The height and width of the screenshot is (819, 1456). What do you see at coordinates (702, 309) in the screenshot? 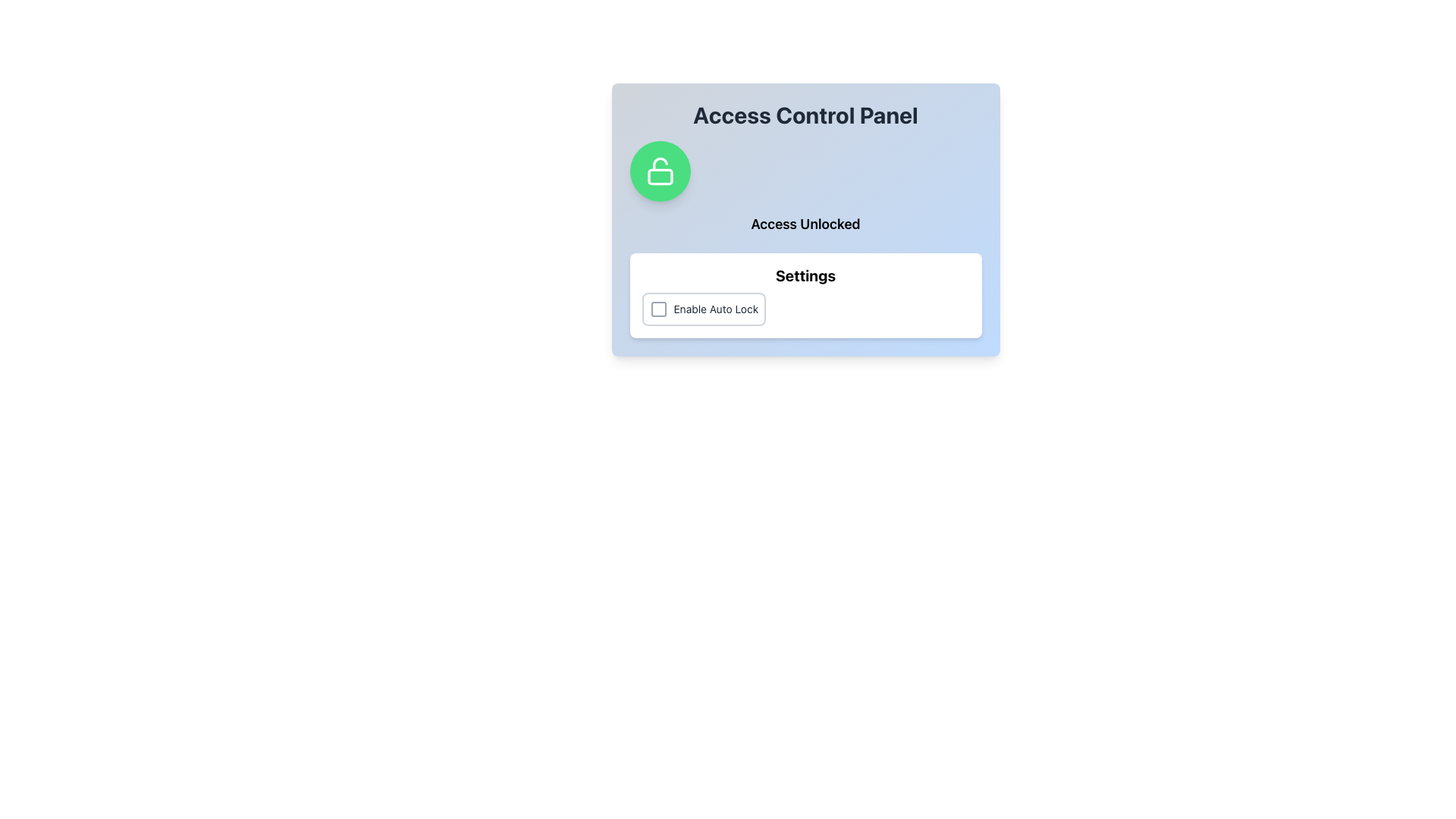
I see `the checkbox labeled 'Enable Auto Lock' located in the 'Settings' section of the 'Access Control Panel'` at bounding box center [702, 309].